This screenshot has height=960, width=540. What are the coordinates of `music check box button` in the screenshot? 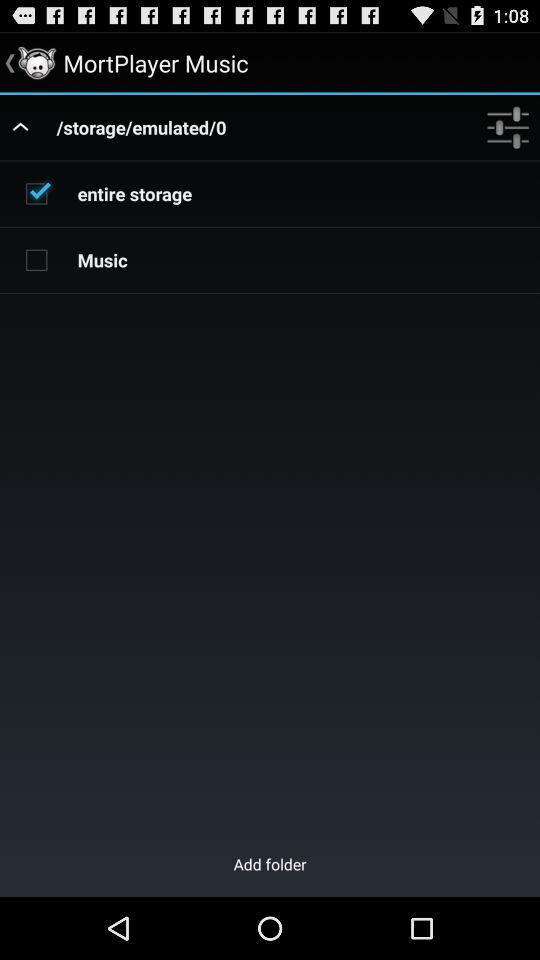 It's located at (36, 258).